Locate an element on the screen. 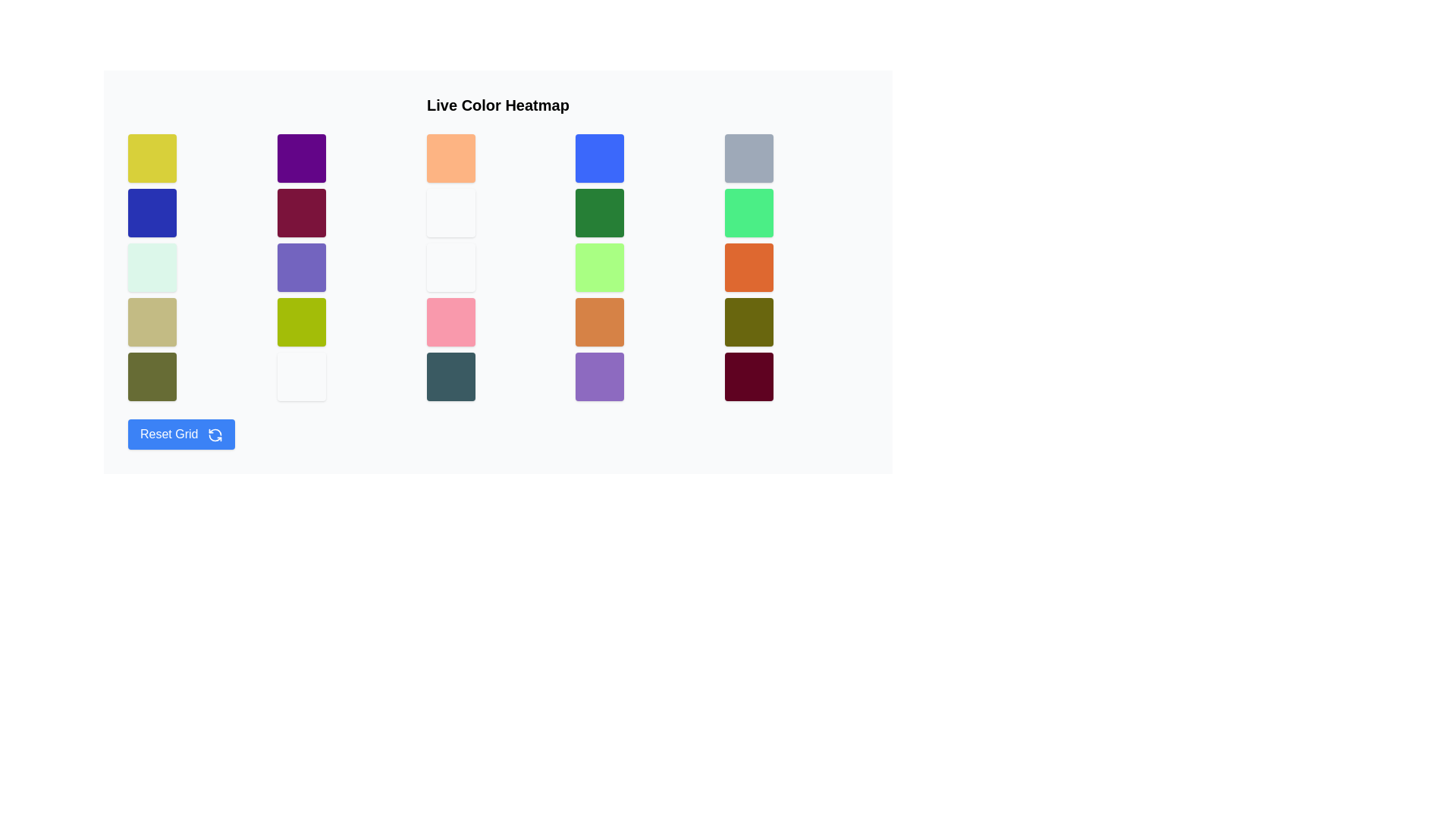 This screenshot has height=819, width=1456. the static visual element, a square with rounded corners and a vibrant green background located in the fifth column of the second row of the grid is located at coordinates (749, 213).